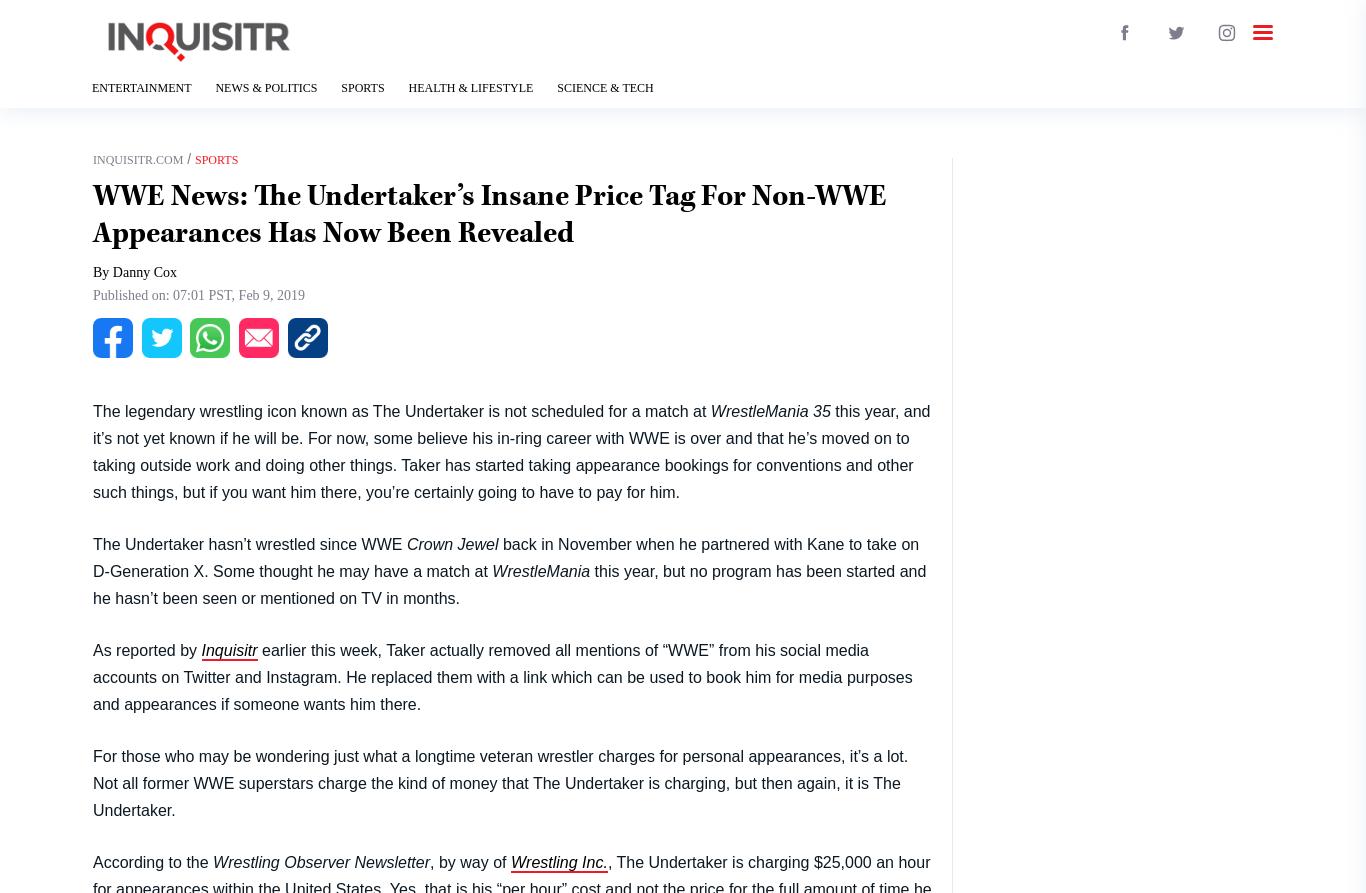  What do you see at coordinates (470, 860) in the screenshot?
I see `', by way of'` at bounding box center [470, 860].